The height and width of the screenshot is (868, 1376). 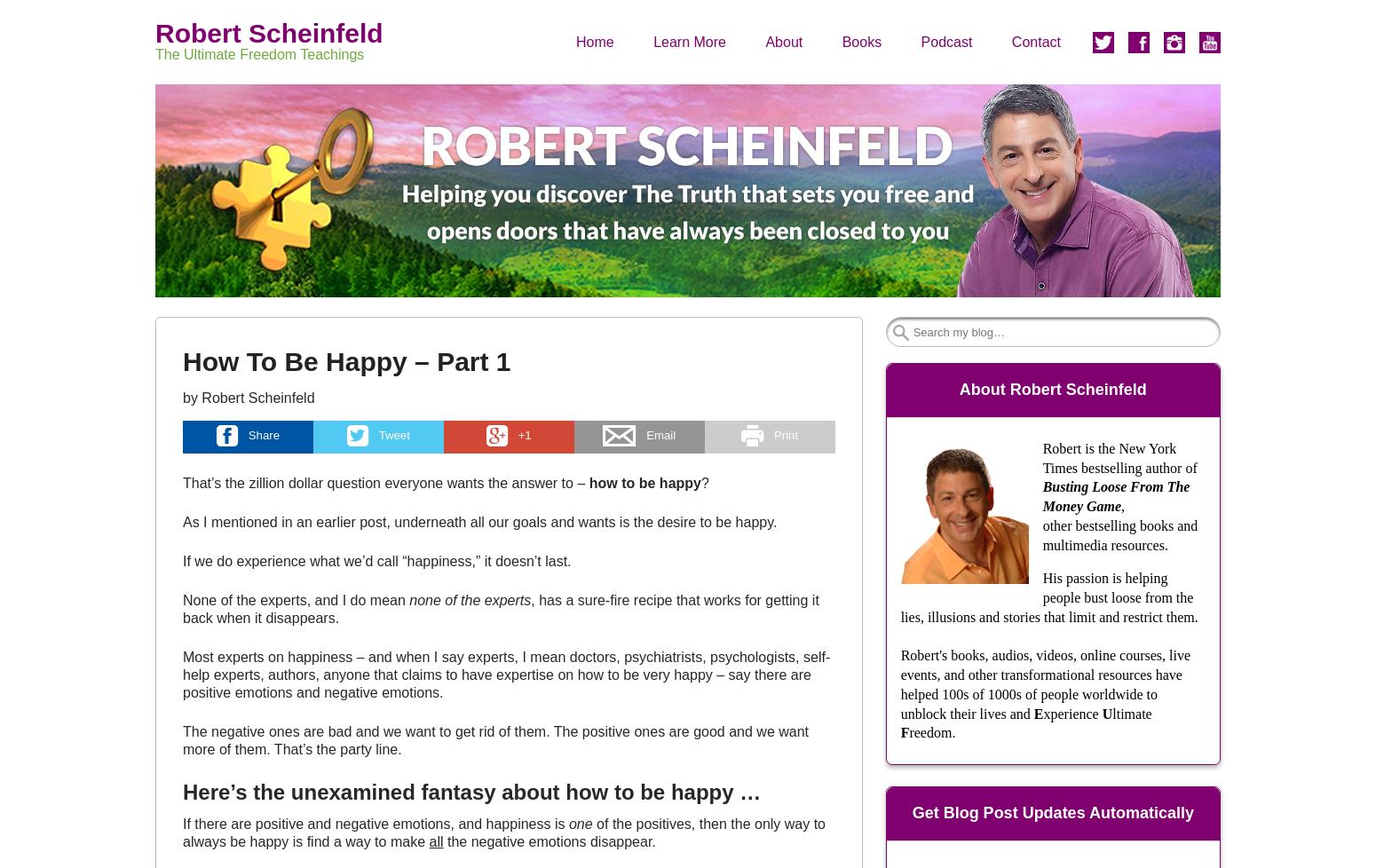 I want to click on 'Follow me on Twitter', so click(x=1093, y=102).